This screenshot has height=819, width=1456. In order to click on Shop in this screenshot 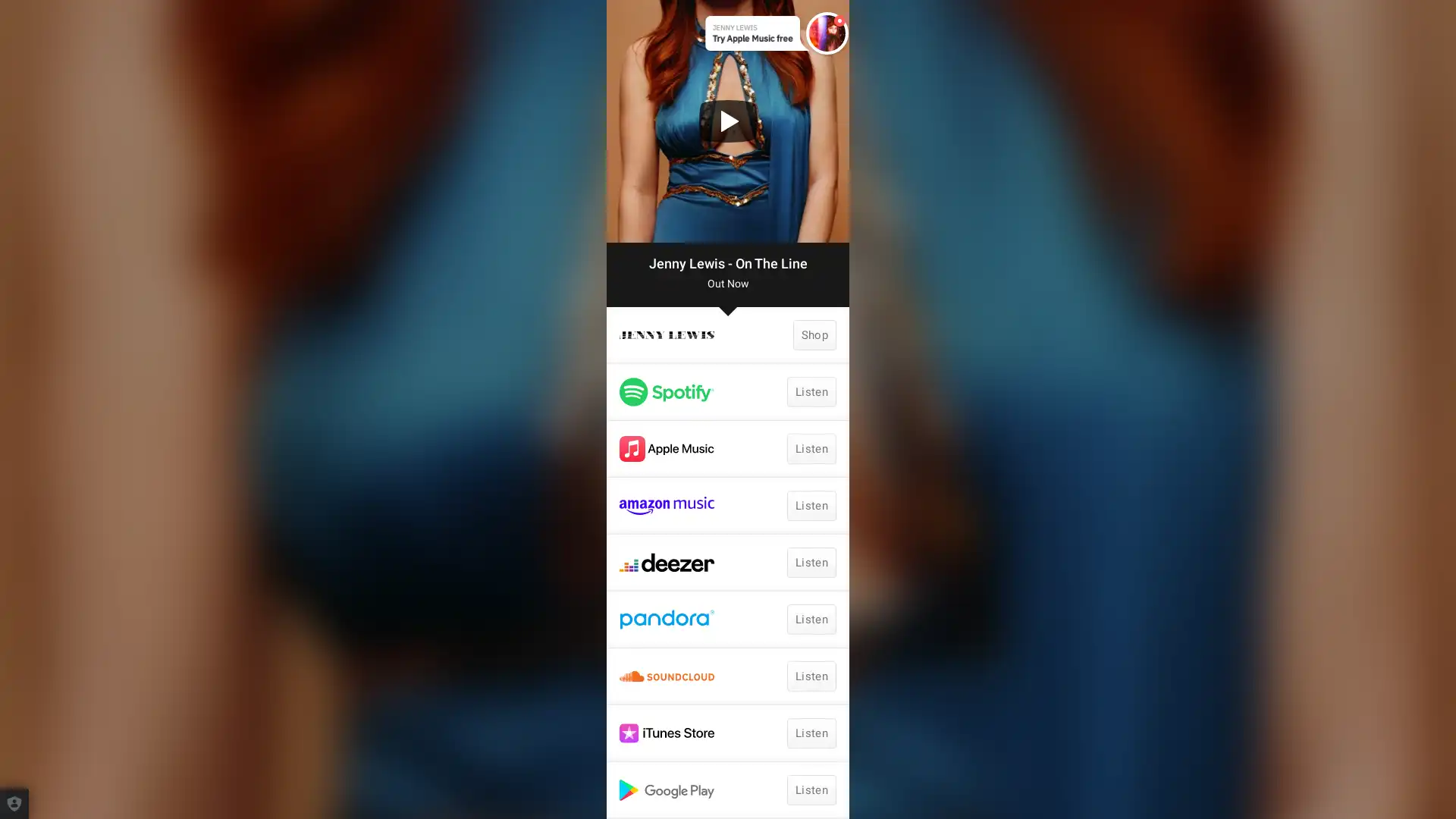, I will do `click(814, 334)`.